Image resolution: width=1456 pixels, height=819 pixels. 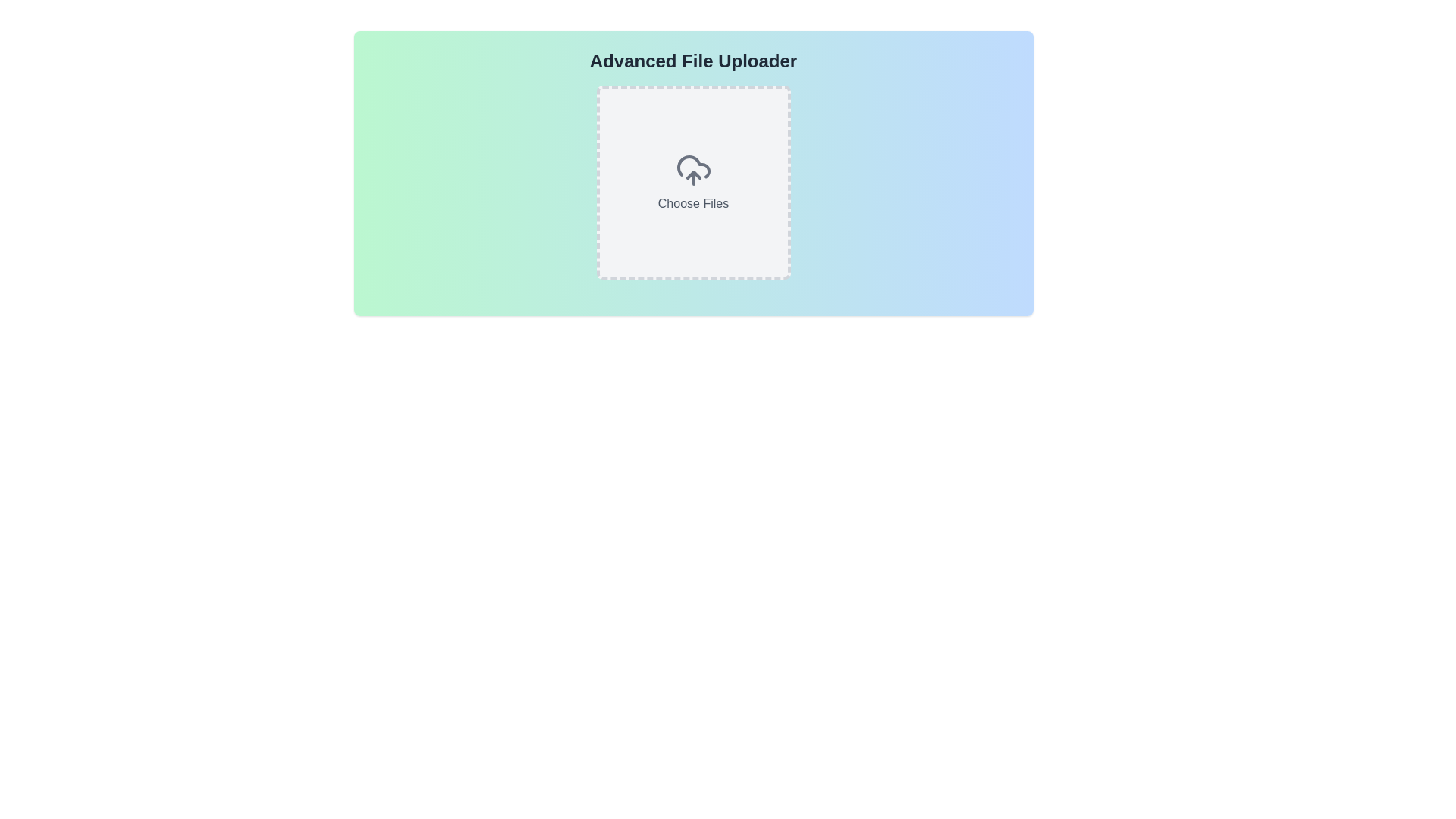 I want to click on the prominently positioned file upload interface, so click(x=692, y=181).